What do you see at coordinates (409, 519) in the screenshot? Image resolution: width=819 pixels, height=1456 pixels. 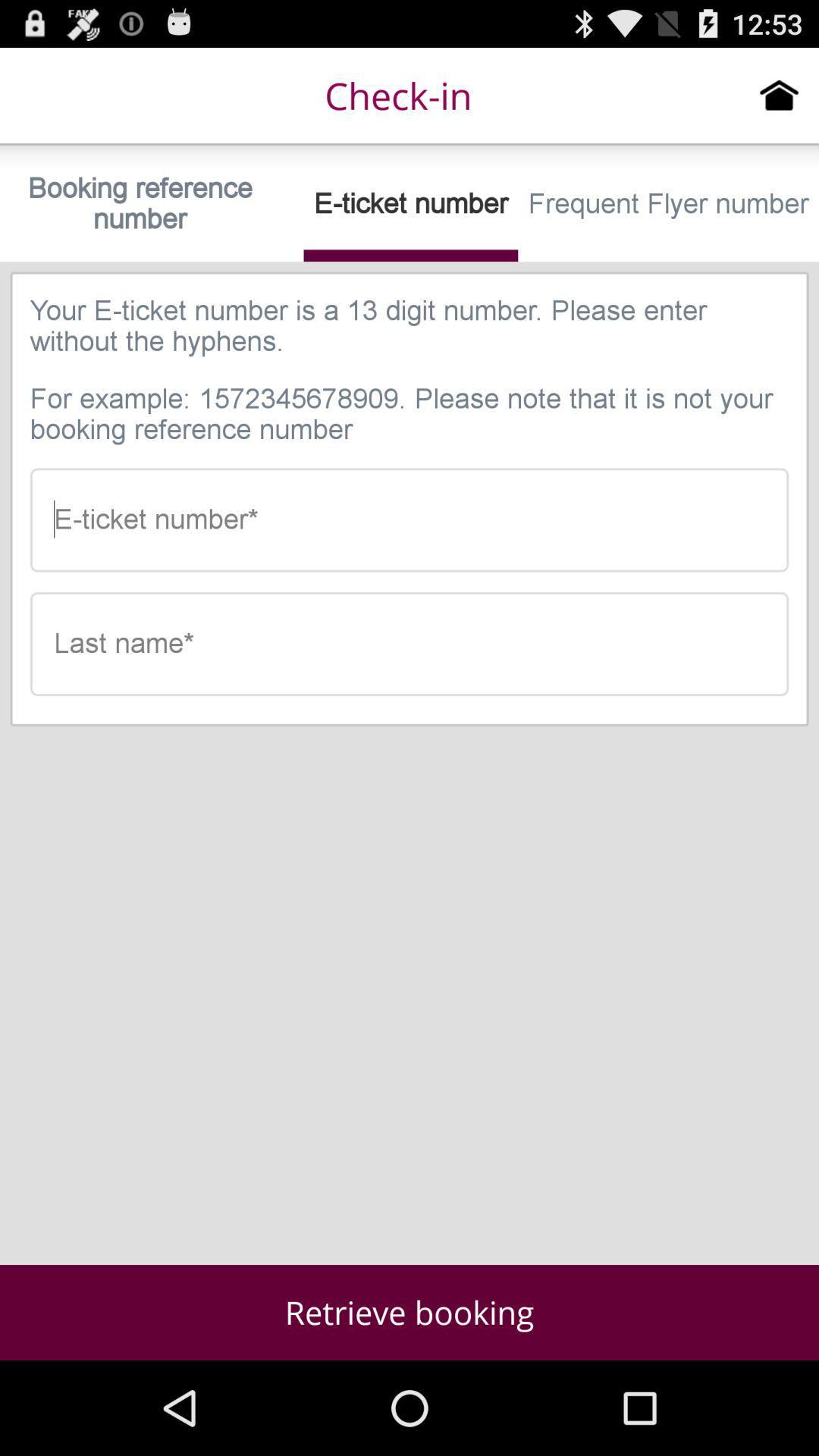 I see `the item below the for example 1572345678909 item` at bounding box center [409, 519].